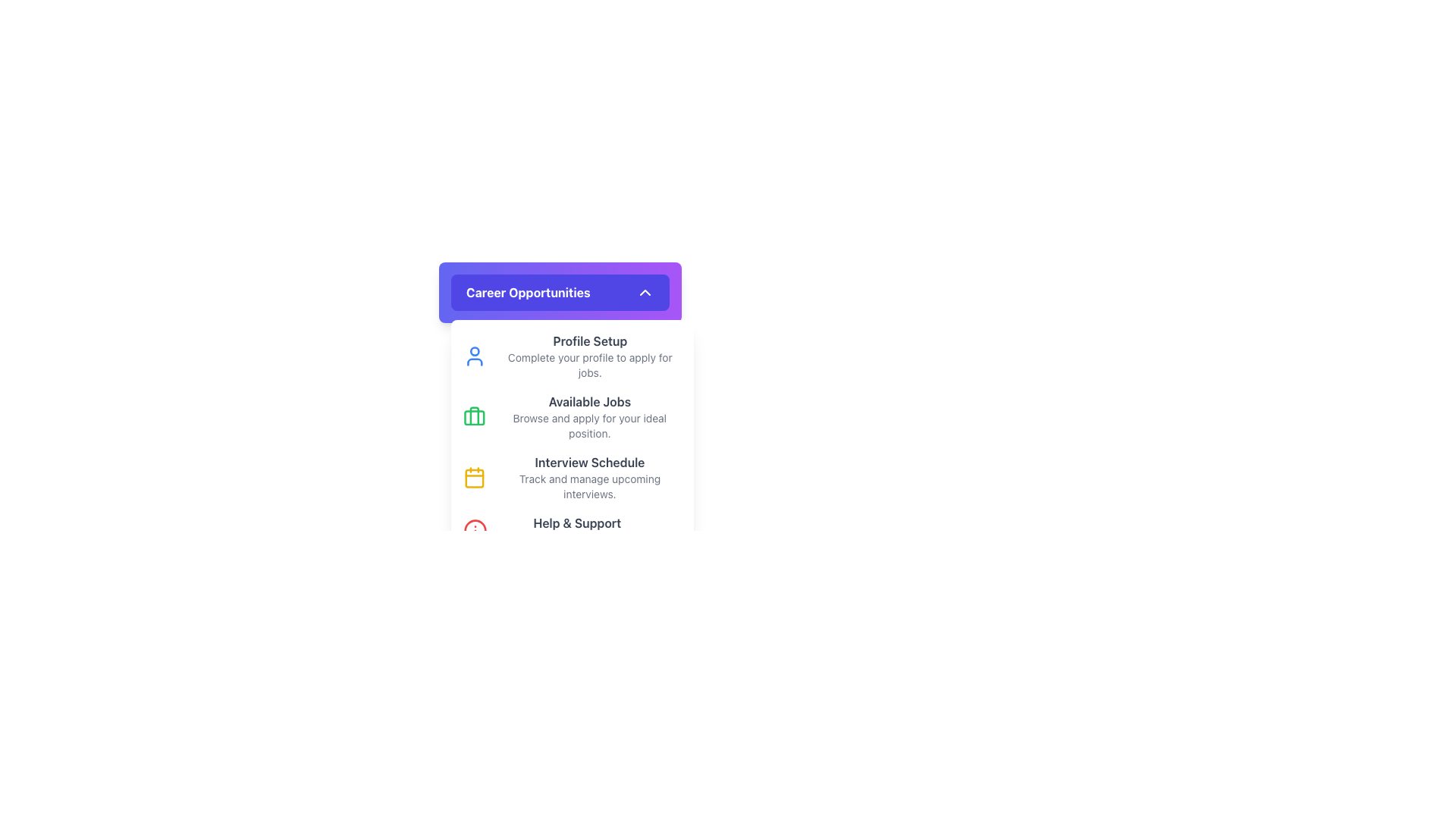  Describe the element at coordinates (588, 400) in the screenshot. I see `the text label 'Available Jobs' which is styled in bold and located below the 'Career Opportunities' header in the menu interface` at that location.